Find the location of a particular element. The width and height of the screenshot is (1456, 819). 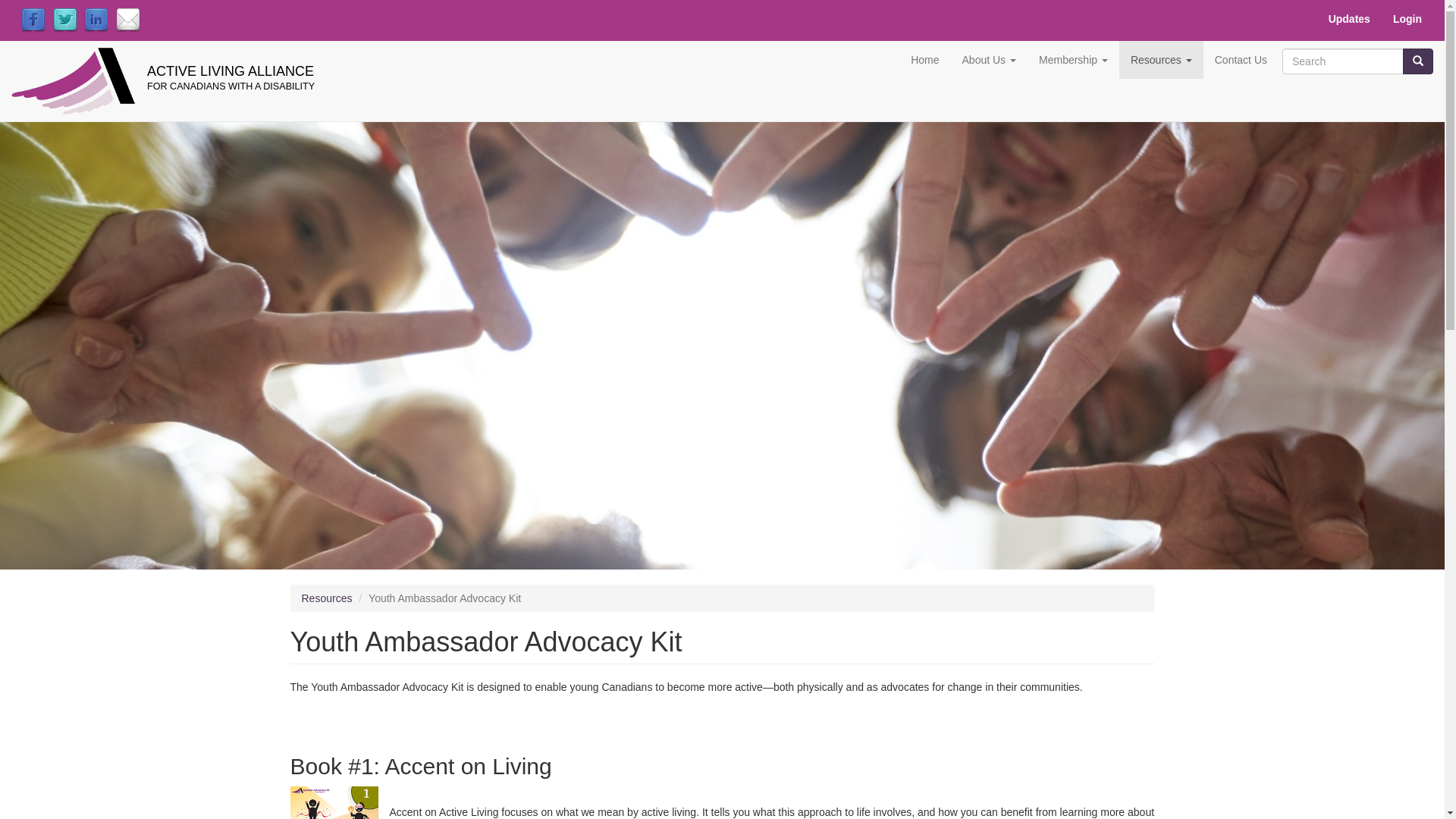

'ACTIVE LIVING ALLIANCE is located at coordinates (146, 63).